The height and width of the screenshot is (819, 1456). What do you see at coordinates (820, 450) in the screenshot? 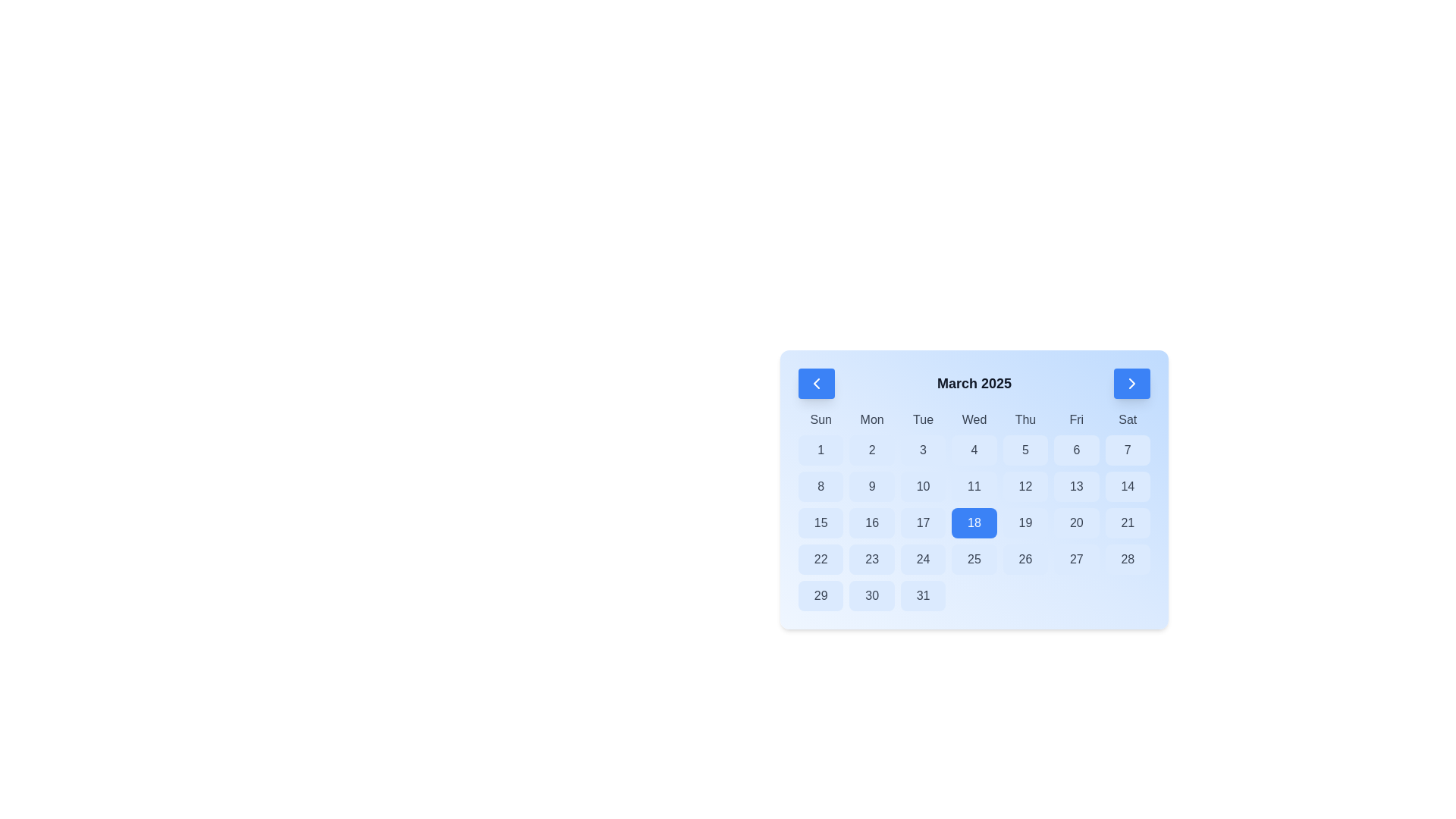
I see `the rounded rectangular button with a light blue background, containing the number '1', located in the first column under the 'Sun' header of the calendar layout` at bounding box center [820, 450].